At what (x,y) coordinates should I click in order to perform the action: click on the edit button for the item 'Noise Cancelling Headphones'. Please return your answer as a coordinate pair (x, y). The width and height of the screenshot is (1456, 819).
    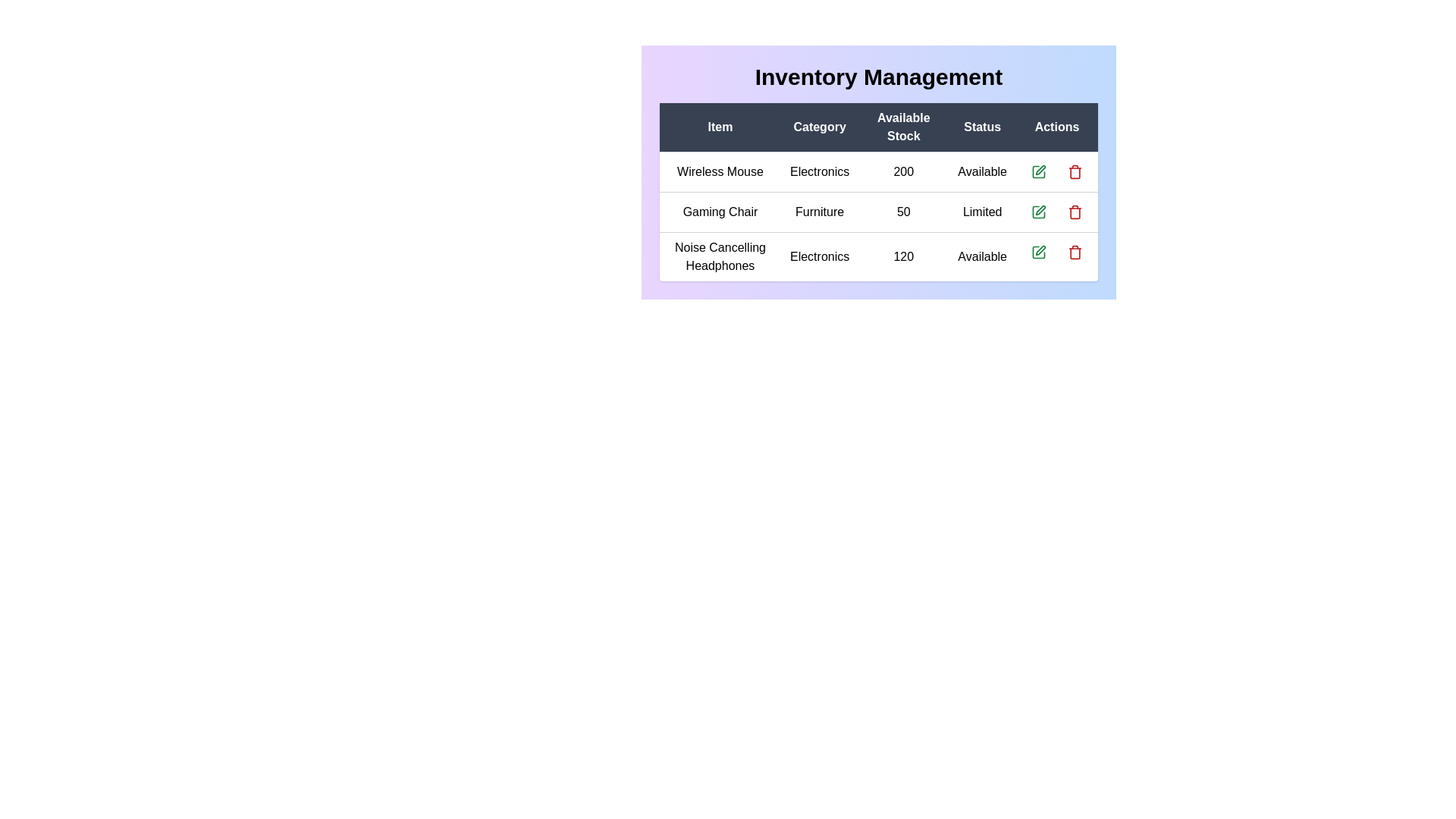
    Looking at the image, I should click on (1037, 251).